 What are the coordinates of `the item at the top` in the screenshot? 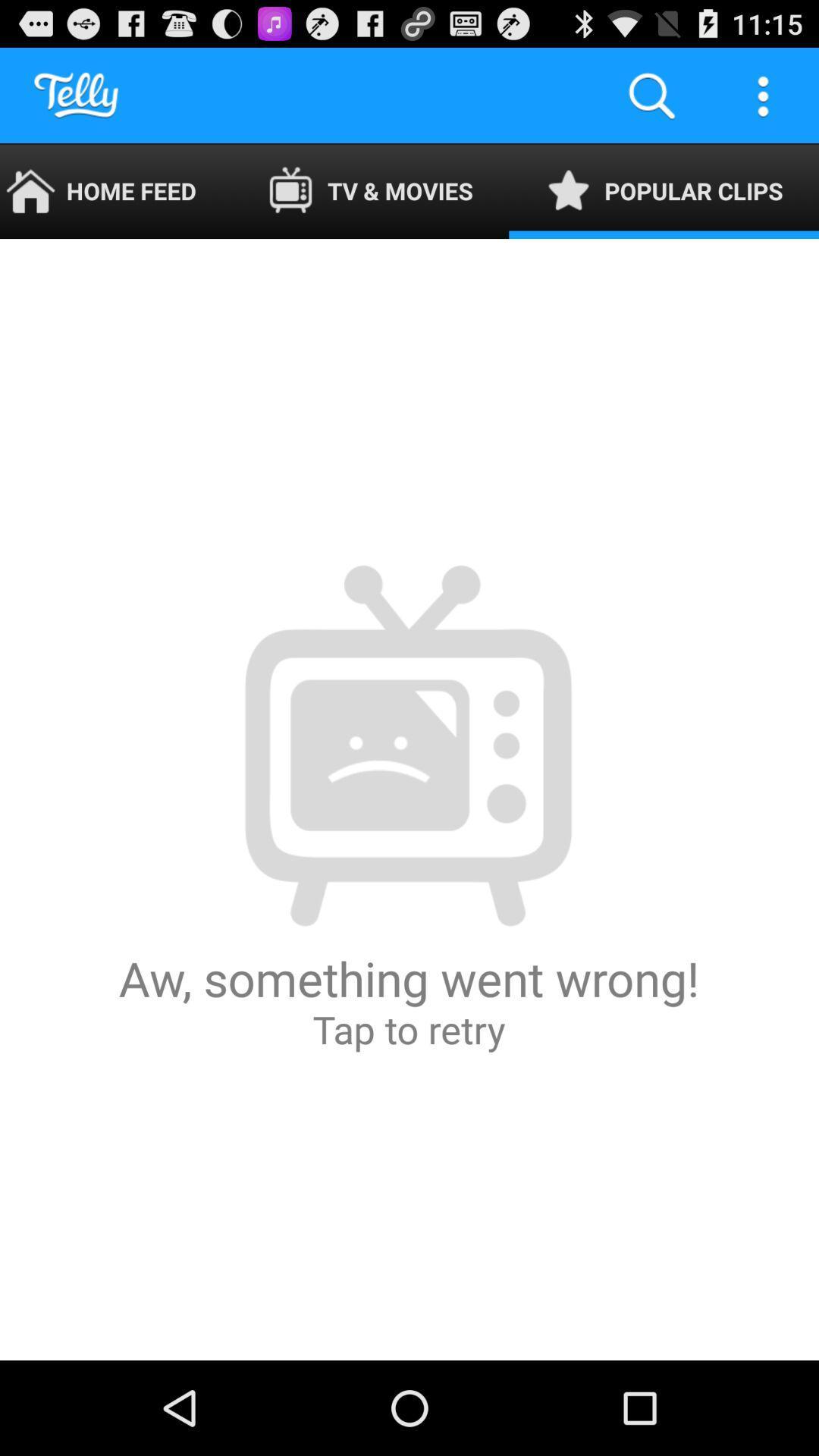 It's located at (370, 190).